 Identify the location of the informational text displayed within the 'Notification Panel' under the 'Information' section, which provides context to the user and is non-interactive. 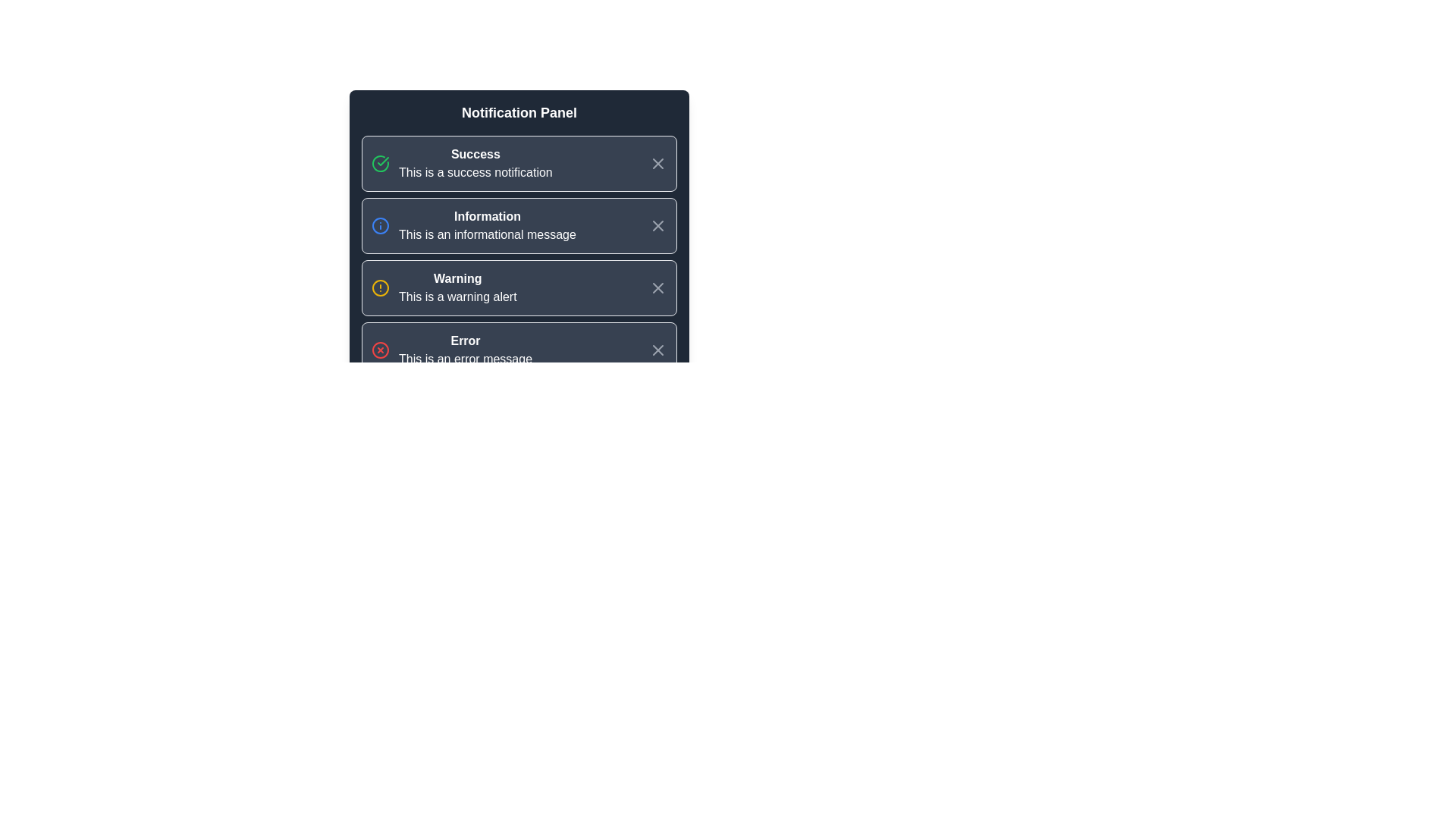
(488, 234).